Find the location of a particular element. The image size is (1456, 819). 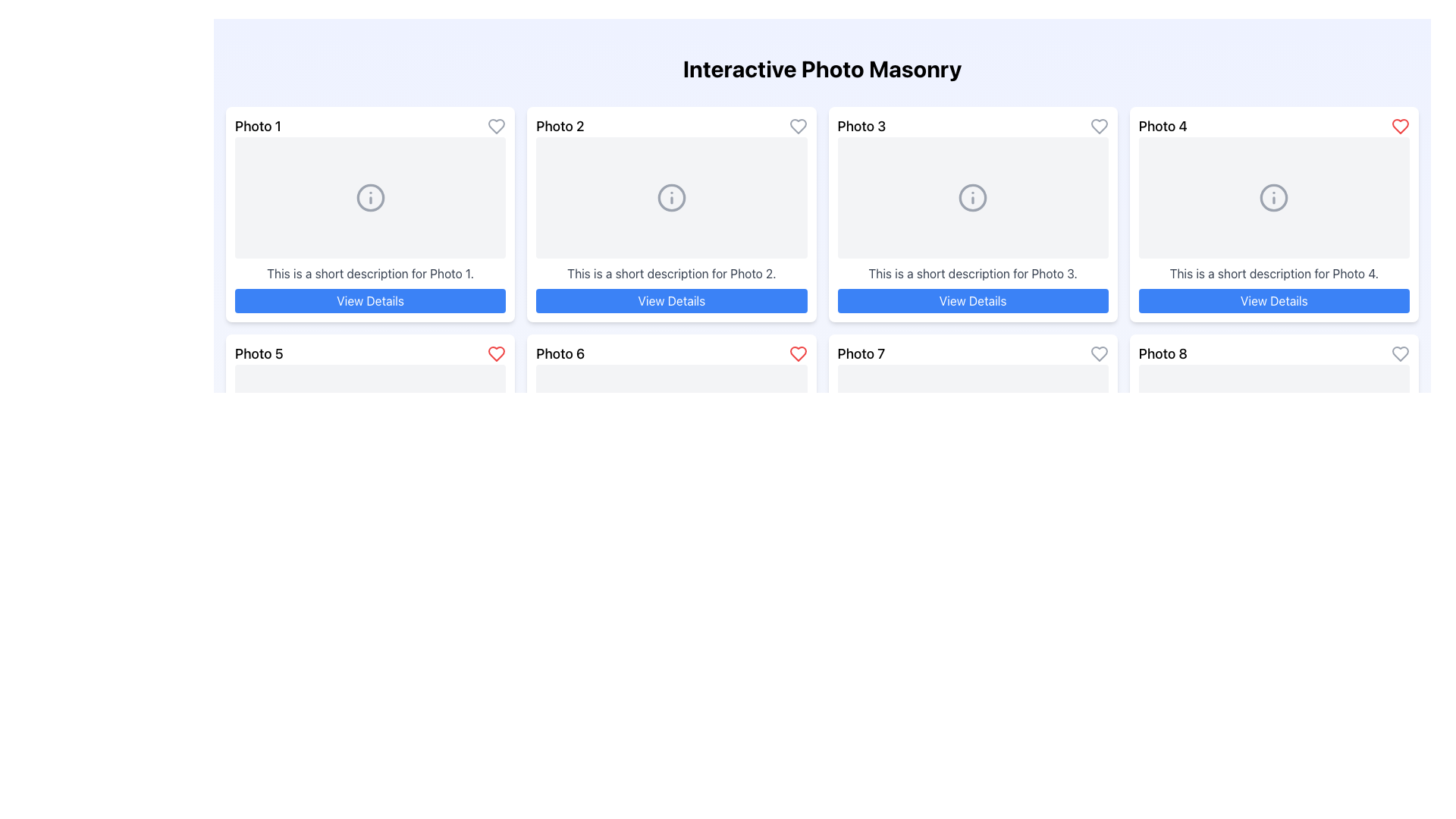

the solid circle within the information icon located in the third 'Photo' grid item's image placeholder from the left in the top row is located at coordinates (973, 197).